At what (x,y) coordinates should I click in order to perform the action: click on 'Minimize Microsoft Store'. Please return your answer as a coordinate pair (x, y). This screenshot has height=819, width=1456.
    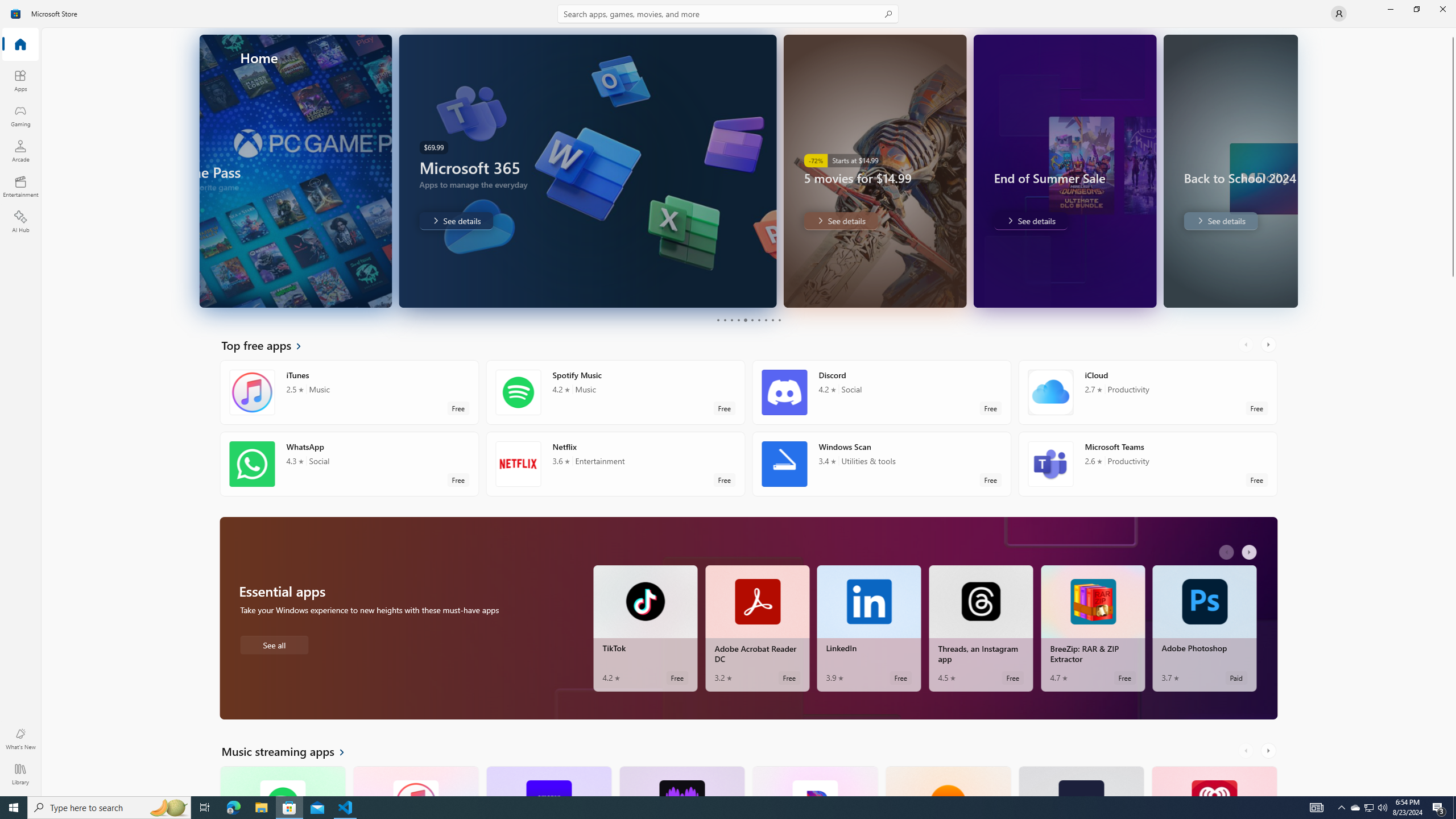
    Looking at the image, I should click on (1389, 9).